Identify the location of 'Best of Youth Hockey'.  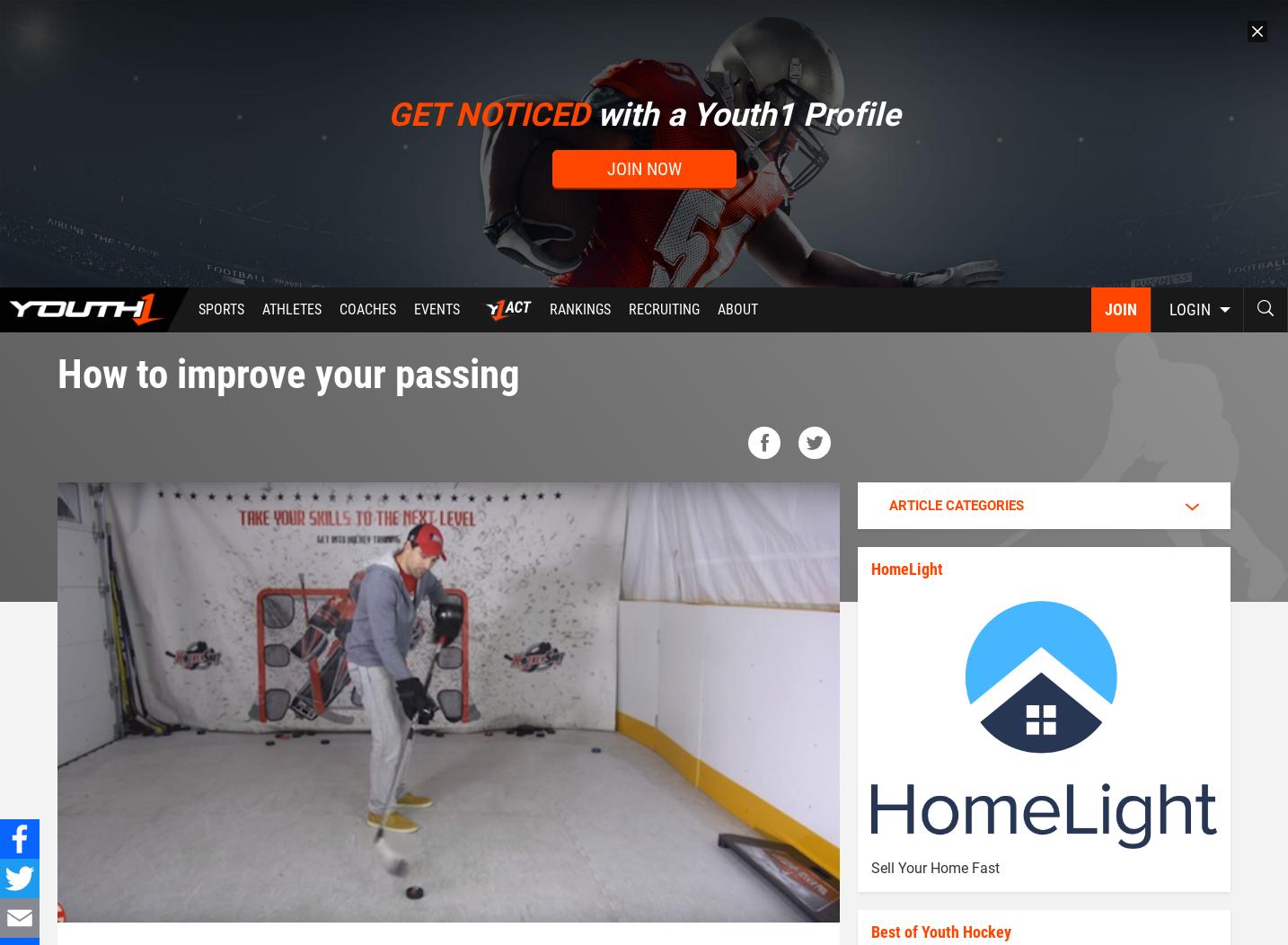
(939, 931).